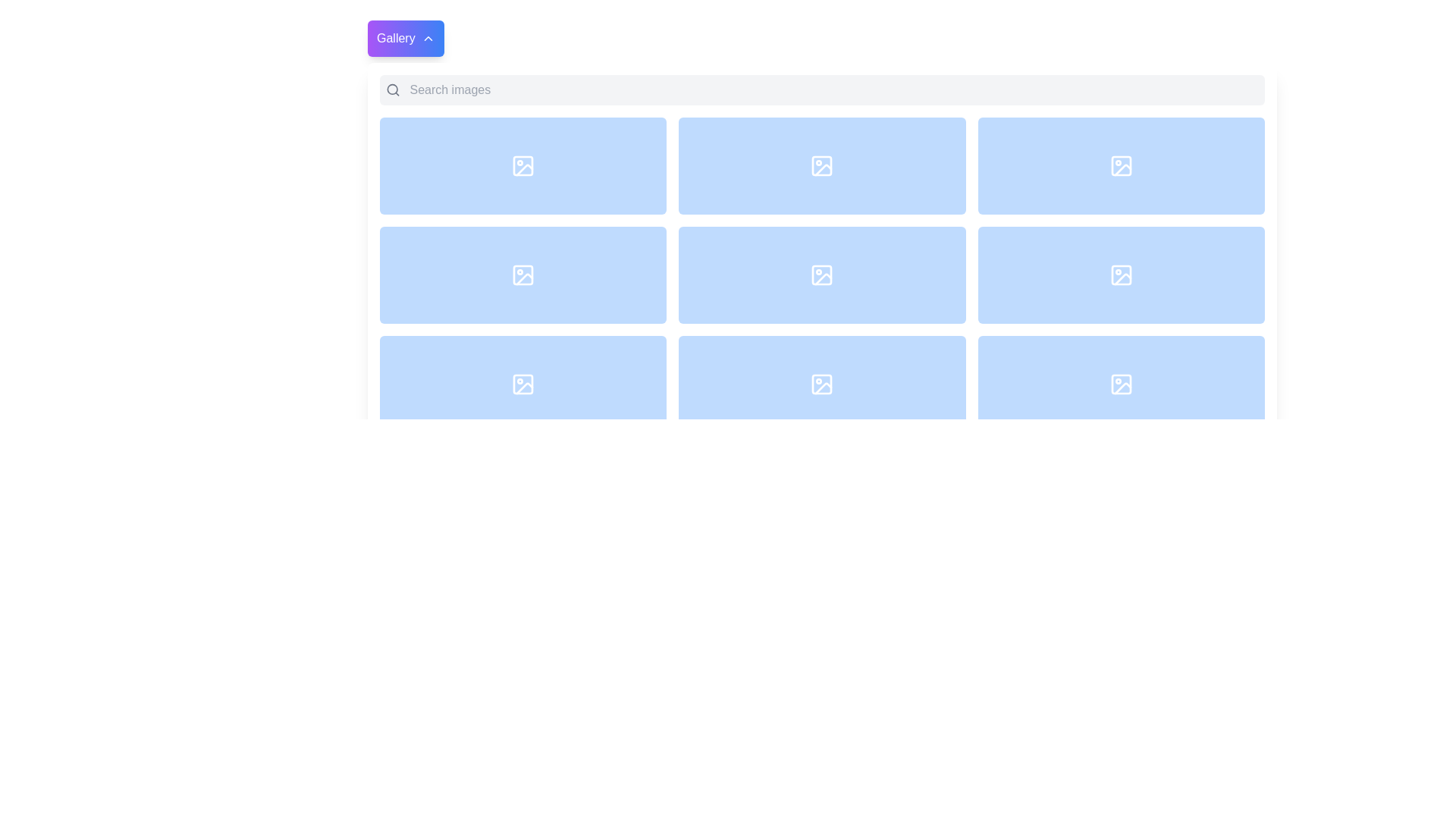 The width and height of the screenshot is (1456, 819). I want to click on the rectangular button with a light blue background and a picture frame icon, which is the fourth button in the middle row of a three-column grid, so click(821, 275).